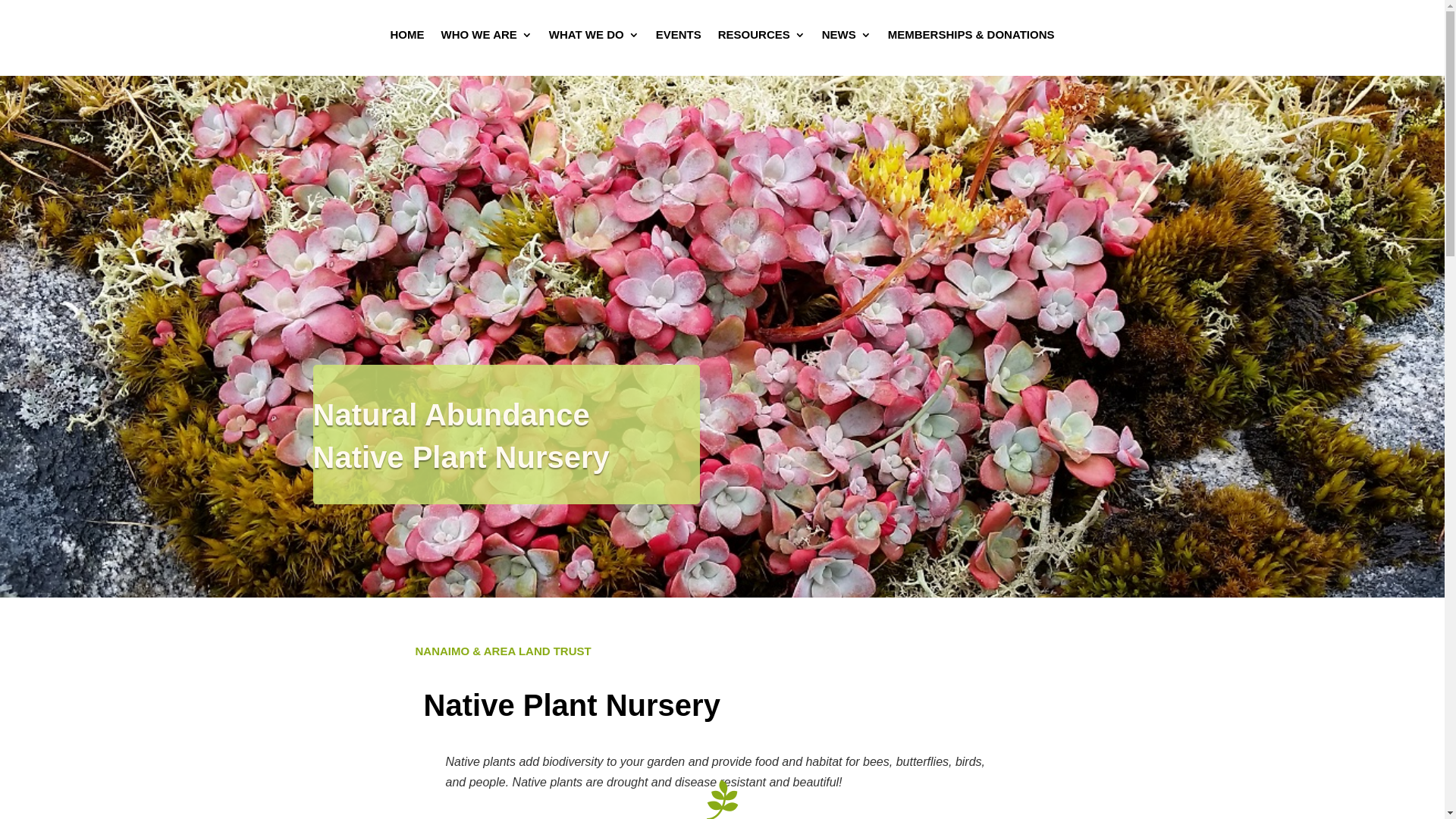 The width and height of the screenshot is (1456, 819). Describe the element at coordinates (593, 37) in the screenshot. I see `'WHAT WE DO'` at that location.